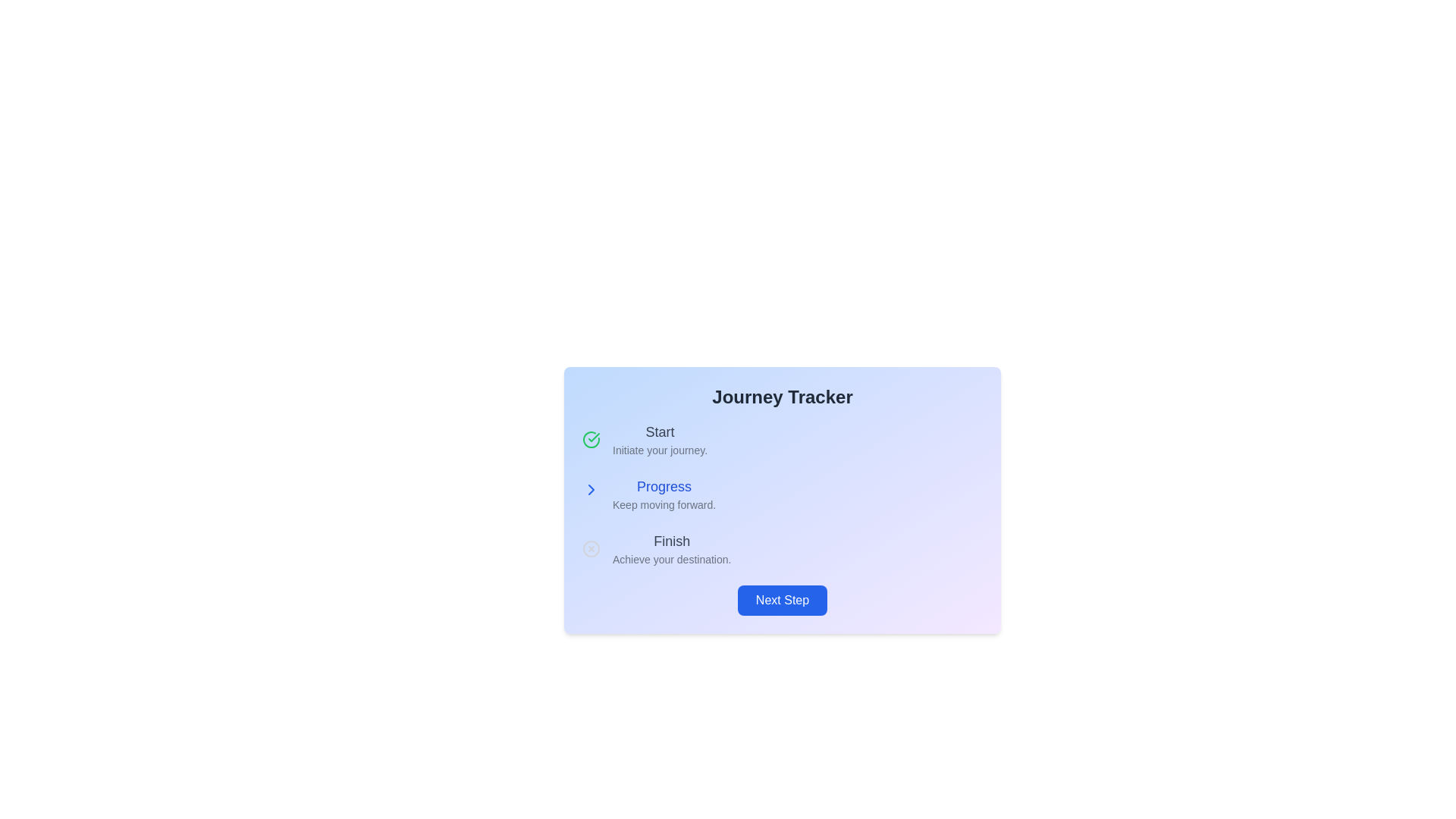  Describe the element at coordinates (590, 439) in the screenshot. I see `the completion icon for the 'Start' step, which is located at the top-left of the sequence and precedes the text 'Start'` at that location.